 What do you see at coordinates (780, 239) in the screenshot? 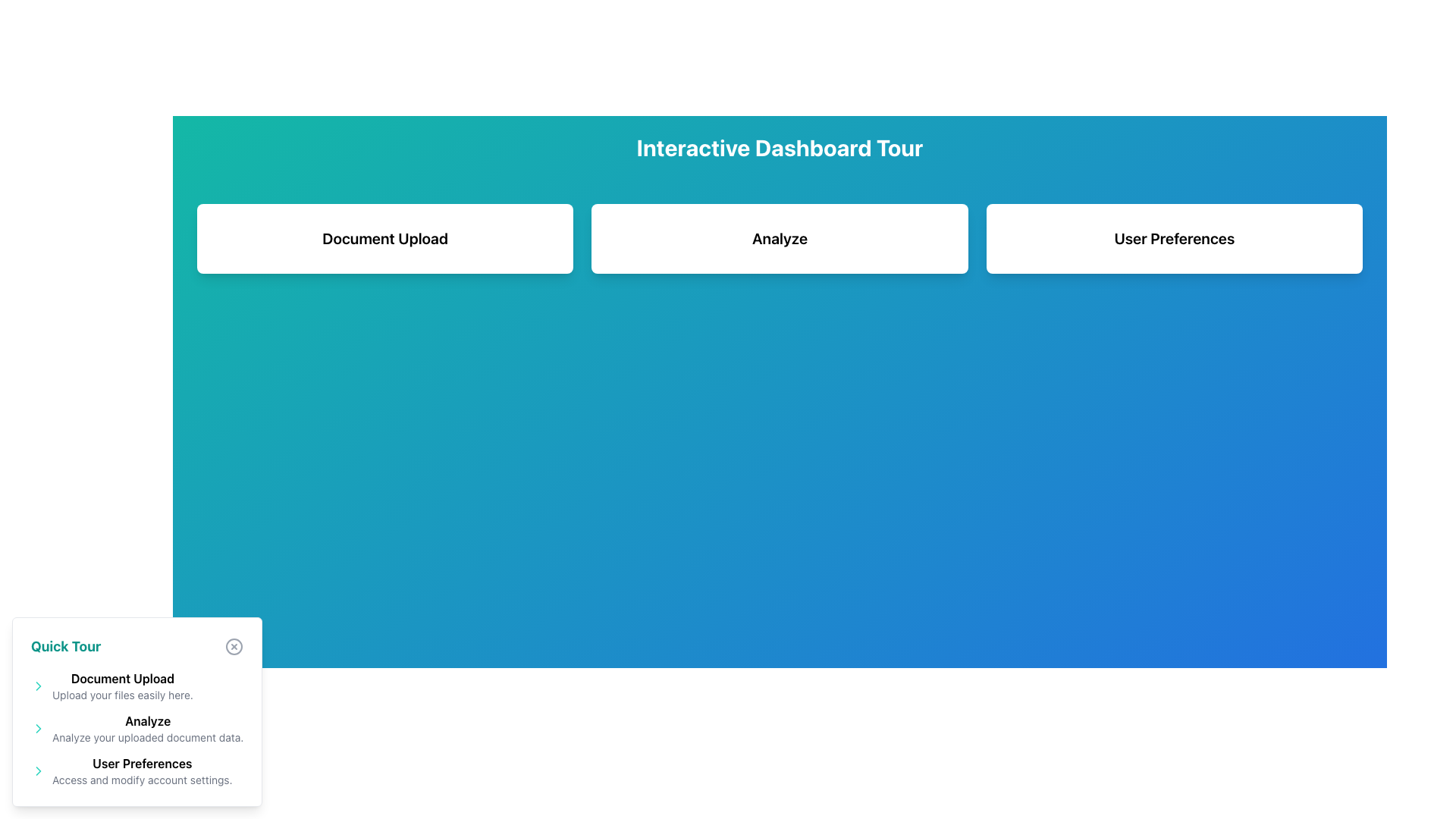
I see `the 'Analyze' static label or header, which is positioned in the center column of the interface, indicating its functionality` at bounding box center [780, 239].